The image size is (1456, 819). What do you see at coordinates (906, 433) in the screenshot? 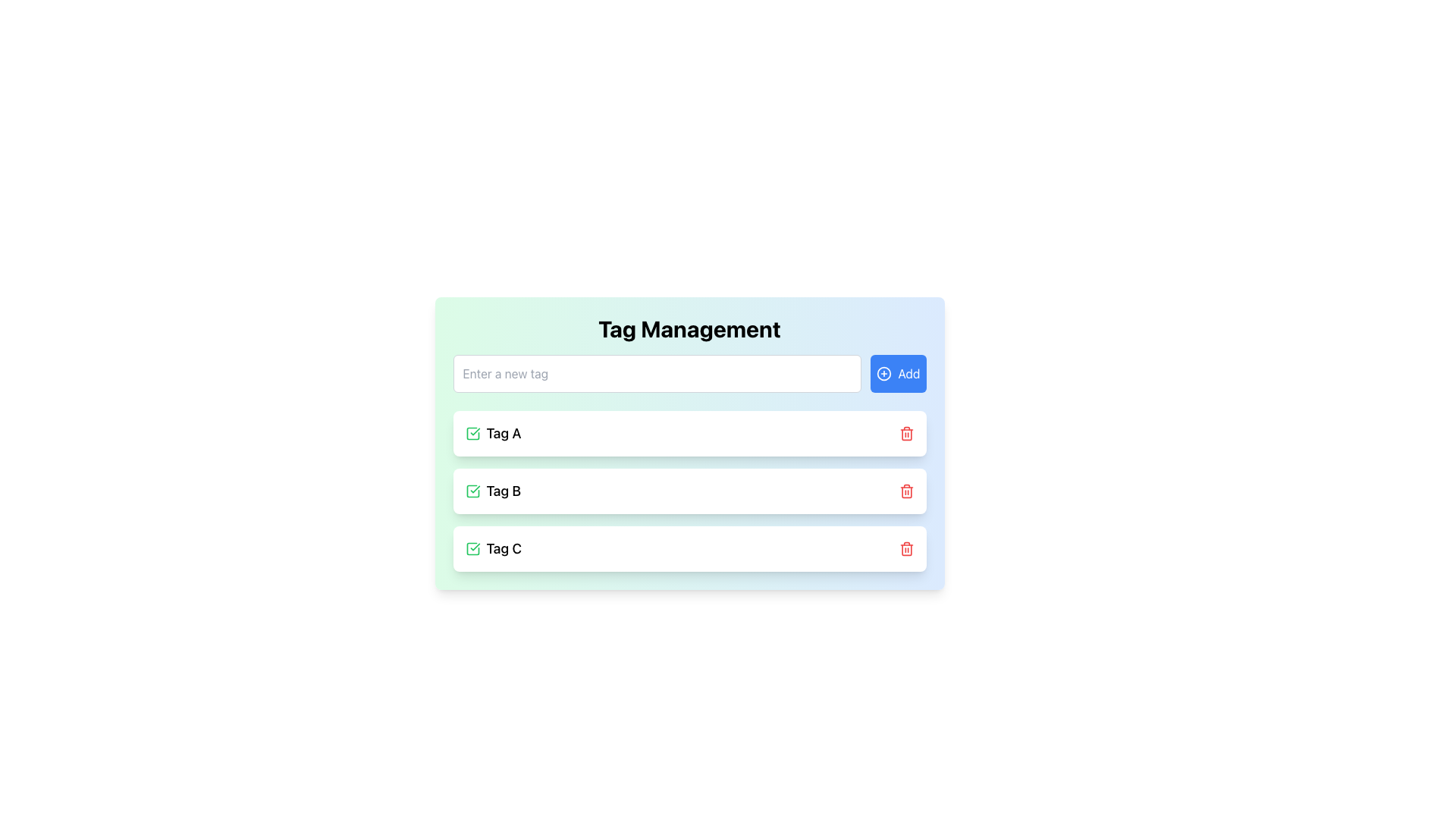
I see `the small red trash icon button located in the rightmost part of the row containing the 'Tag A' label` at bounding box center [906, 433].